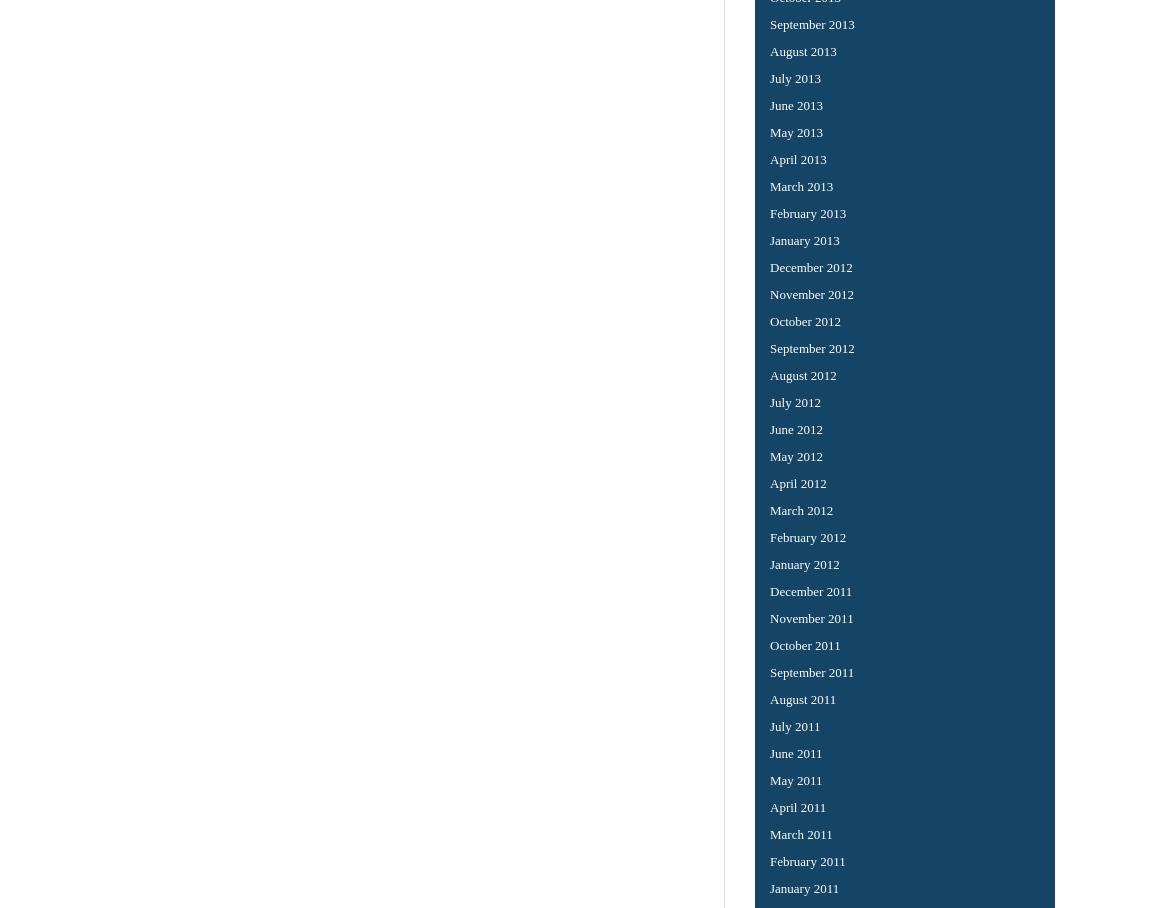  Describe the element at coordinates (795, 428) in the screenshot. I see `'June 2012'` at that location.